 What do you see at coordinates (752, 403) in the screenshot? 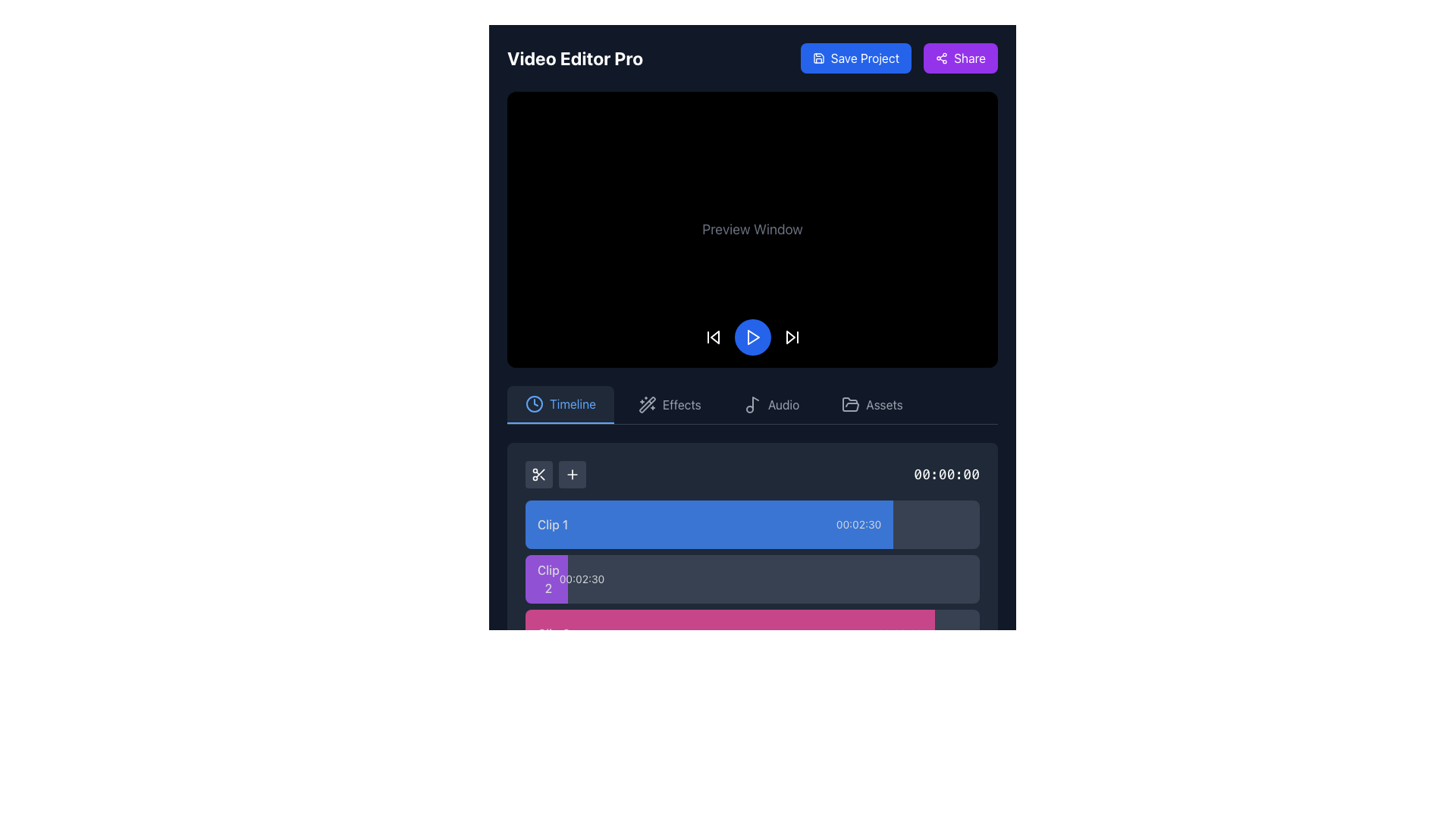
I see `the music note icon` at bounding box center [752, 403].